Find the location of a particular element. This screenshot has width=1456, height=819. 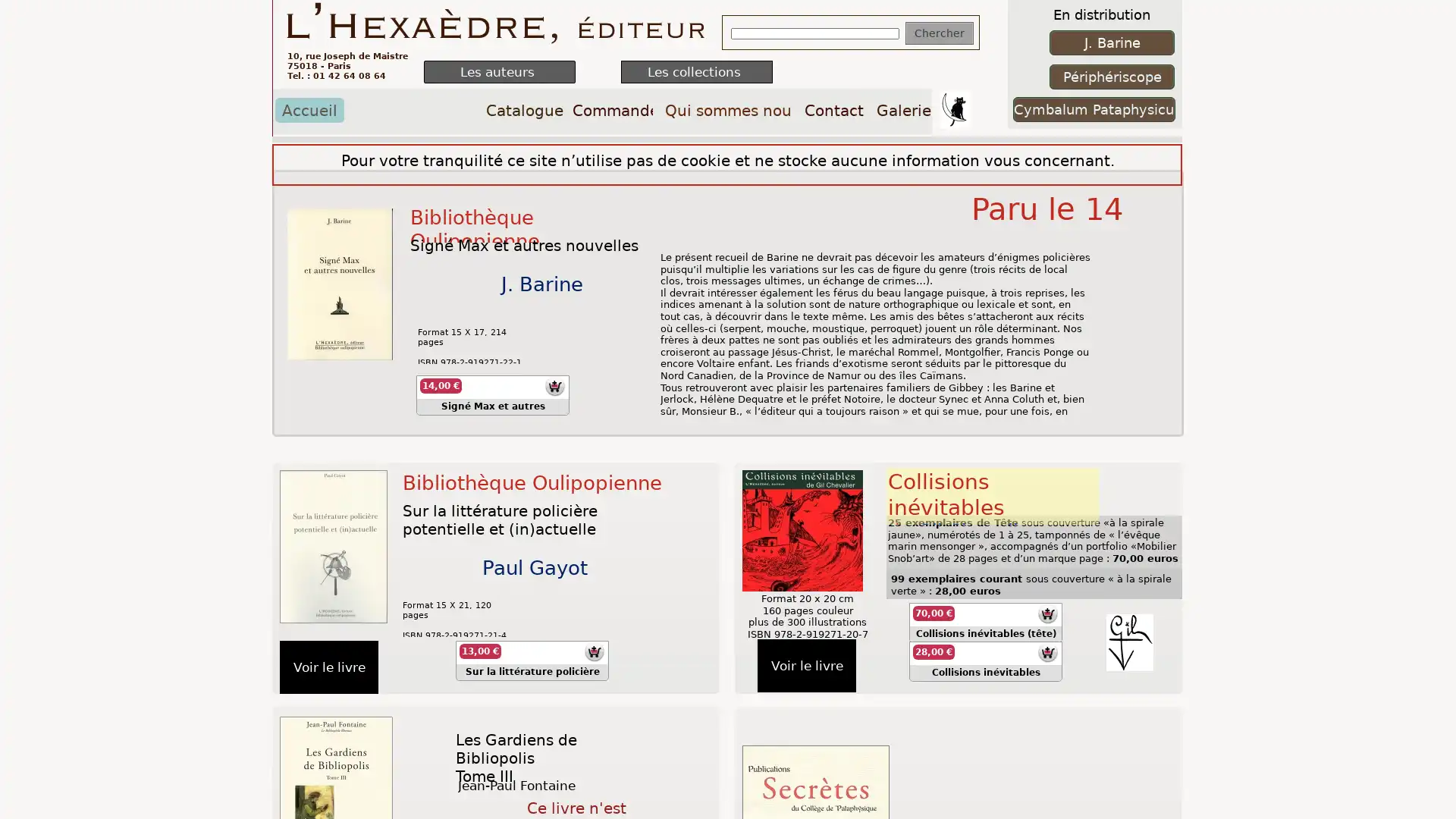

Peripheriscope is located at coordinates (1112, 77).